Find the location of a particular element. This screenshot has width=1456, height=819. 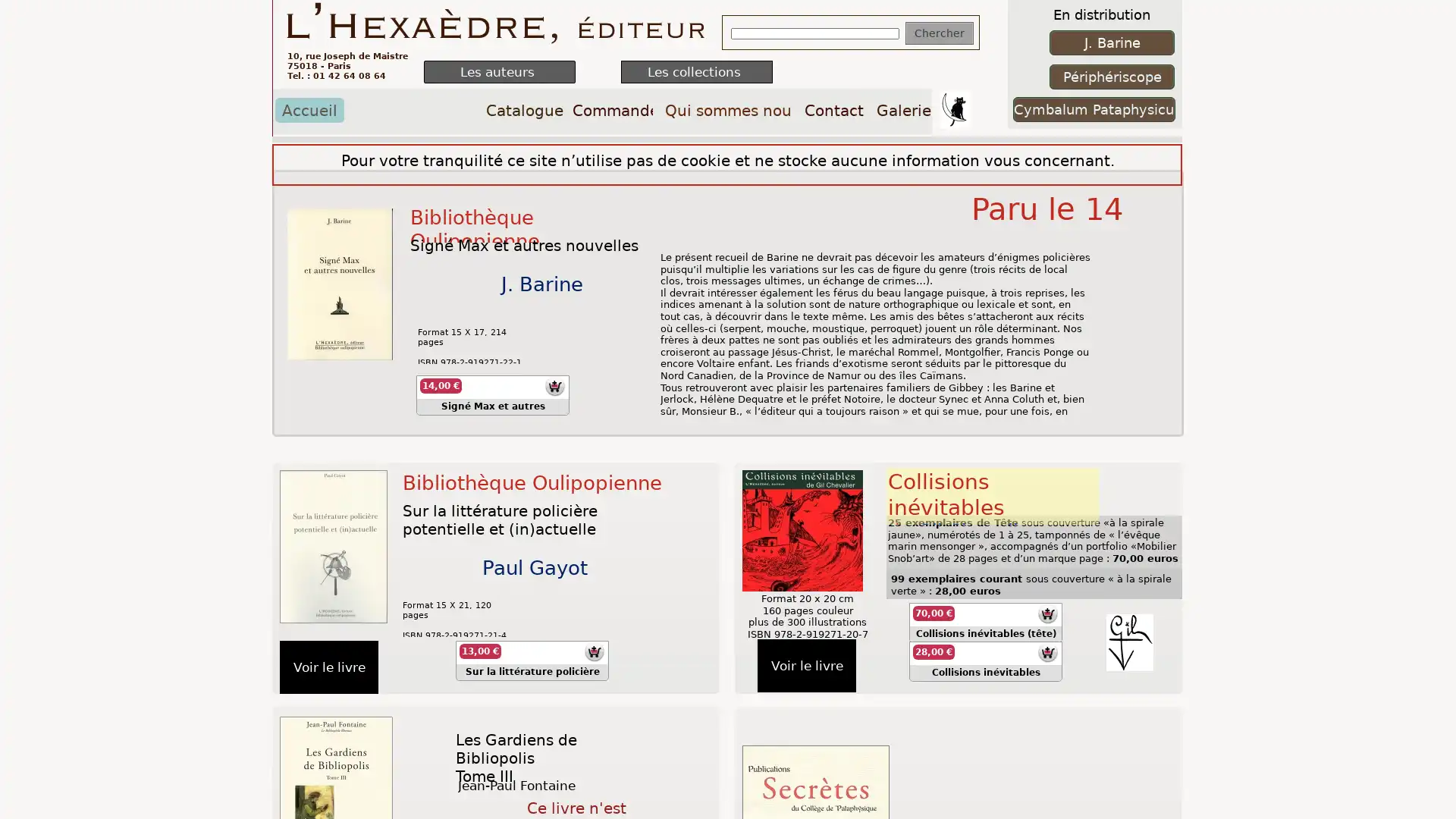

Peripheriscope is located at coordinates (1112, 77).